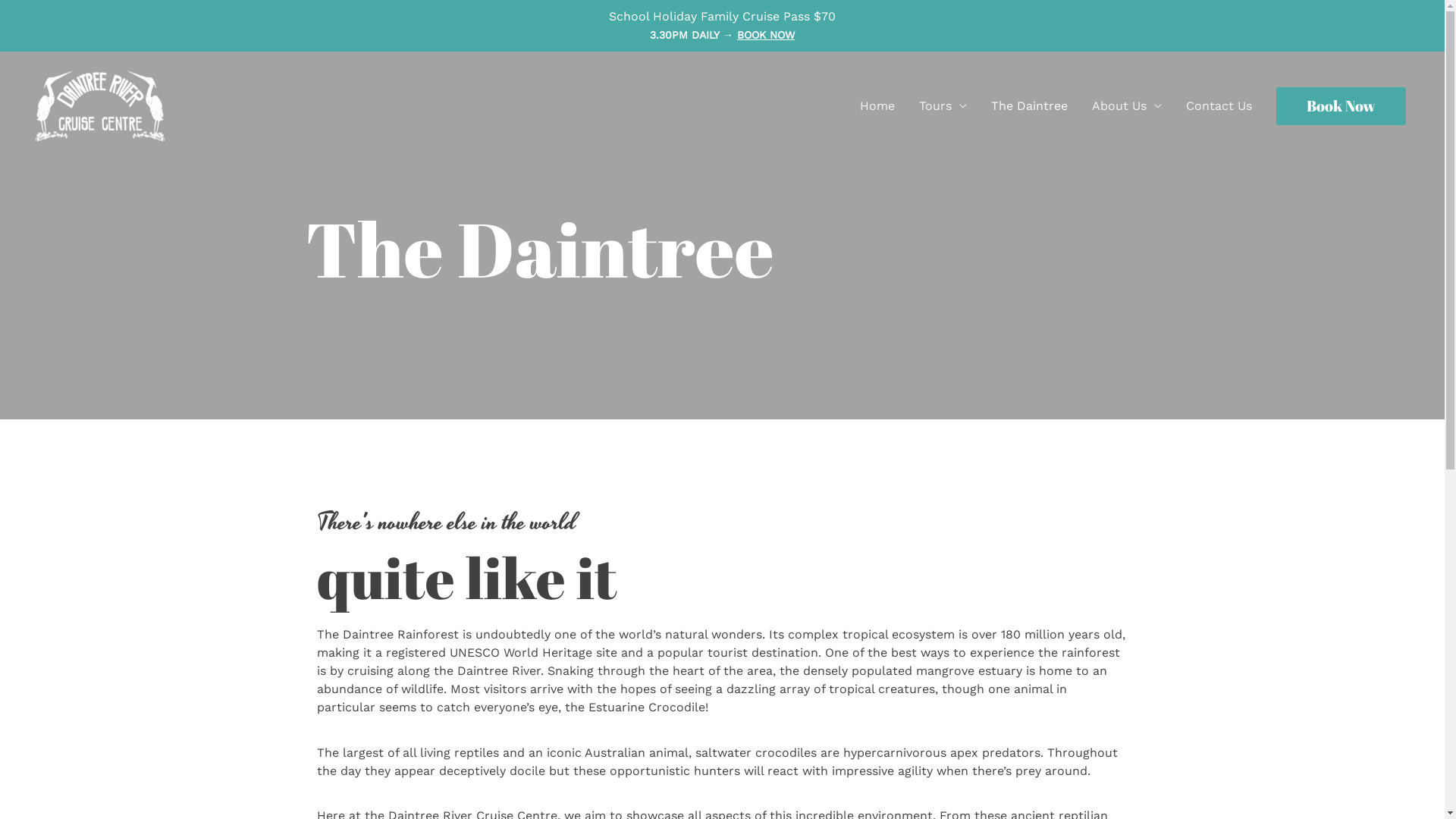 Image resolution: width=1456 pixels, height=819 pixels. I want to click on 'BOOK NOW', so click(765, 34).